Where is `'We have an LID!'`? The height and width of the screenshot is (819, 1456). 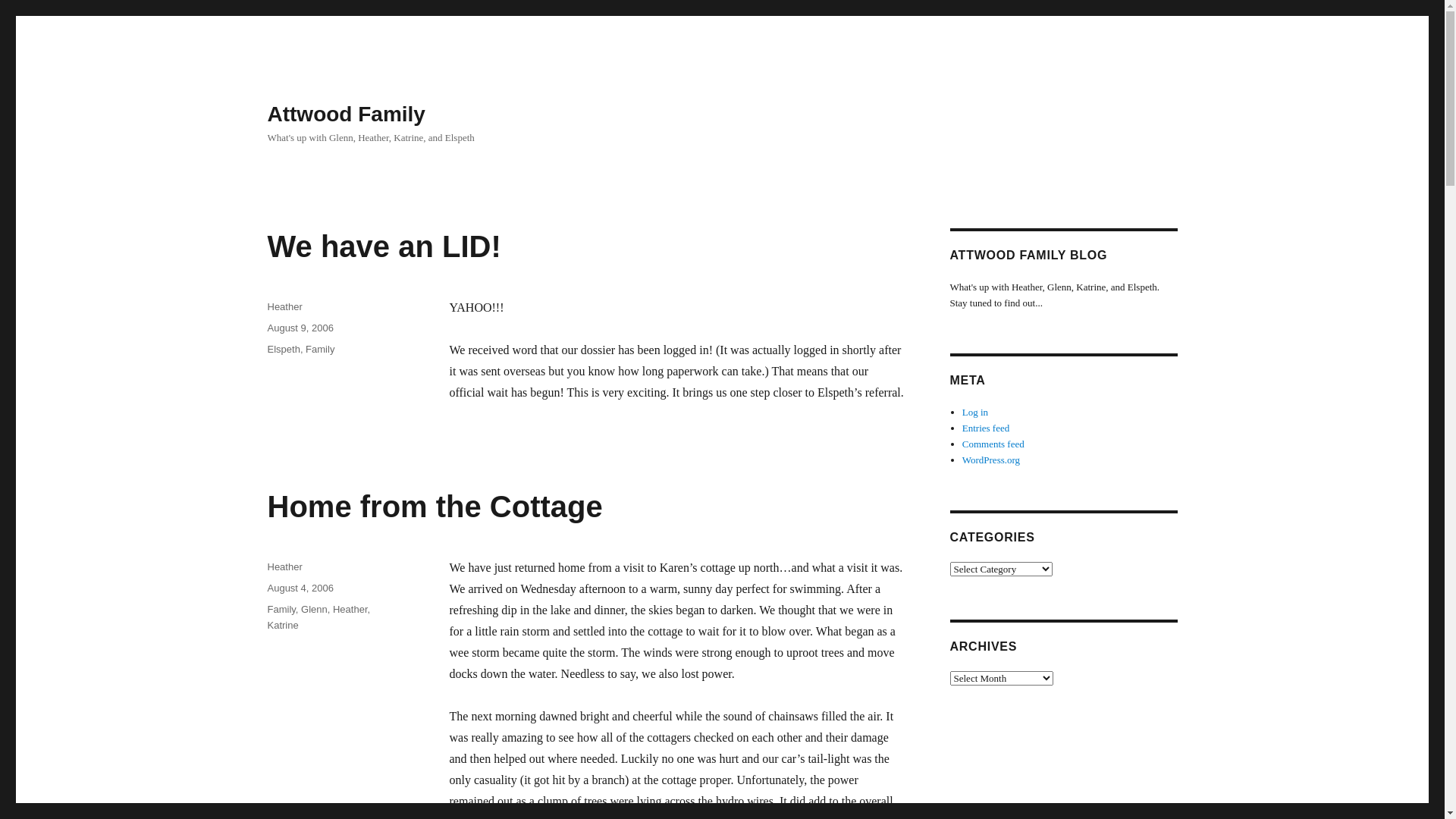
'We have an LID!' is located at coordinates (383, 245).